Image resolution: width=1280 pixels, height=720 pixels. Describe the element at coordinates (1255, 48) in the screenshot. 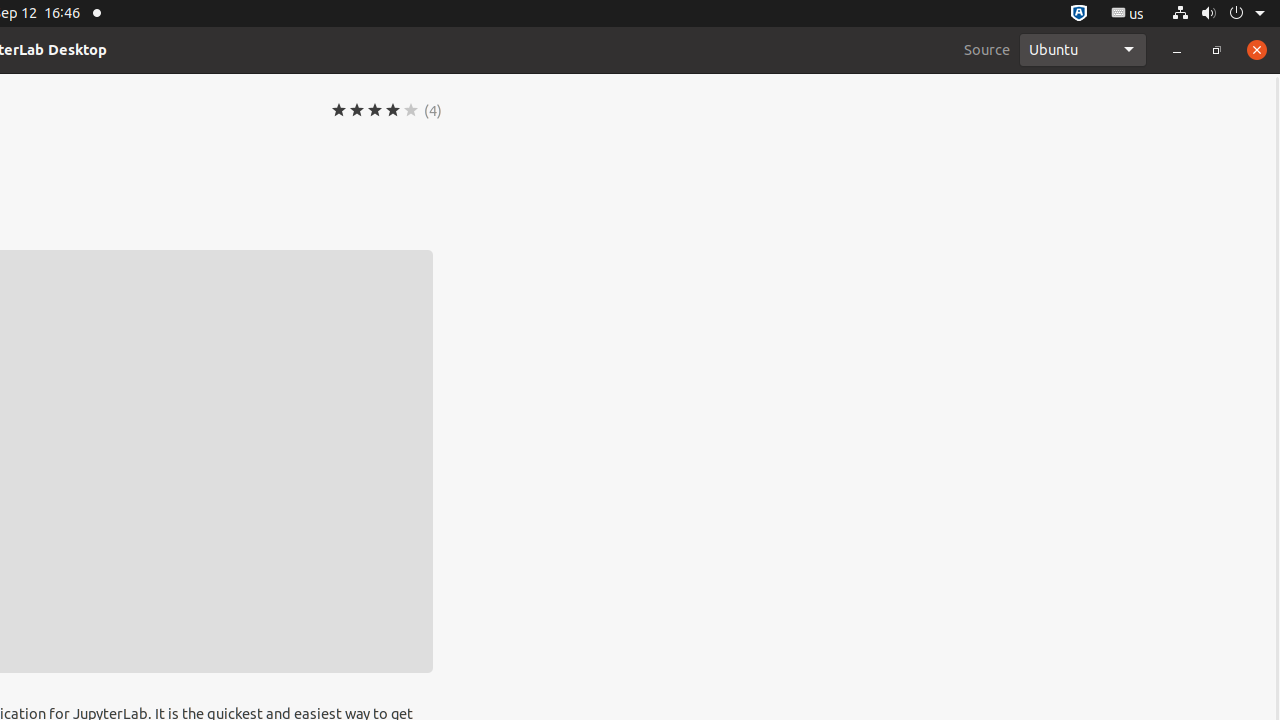

I see `'Close'` at that location.